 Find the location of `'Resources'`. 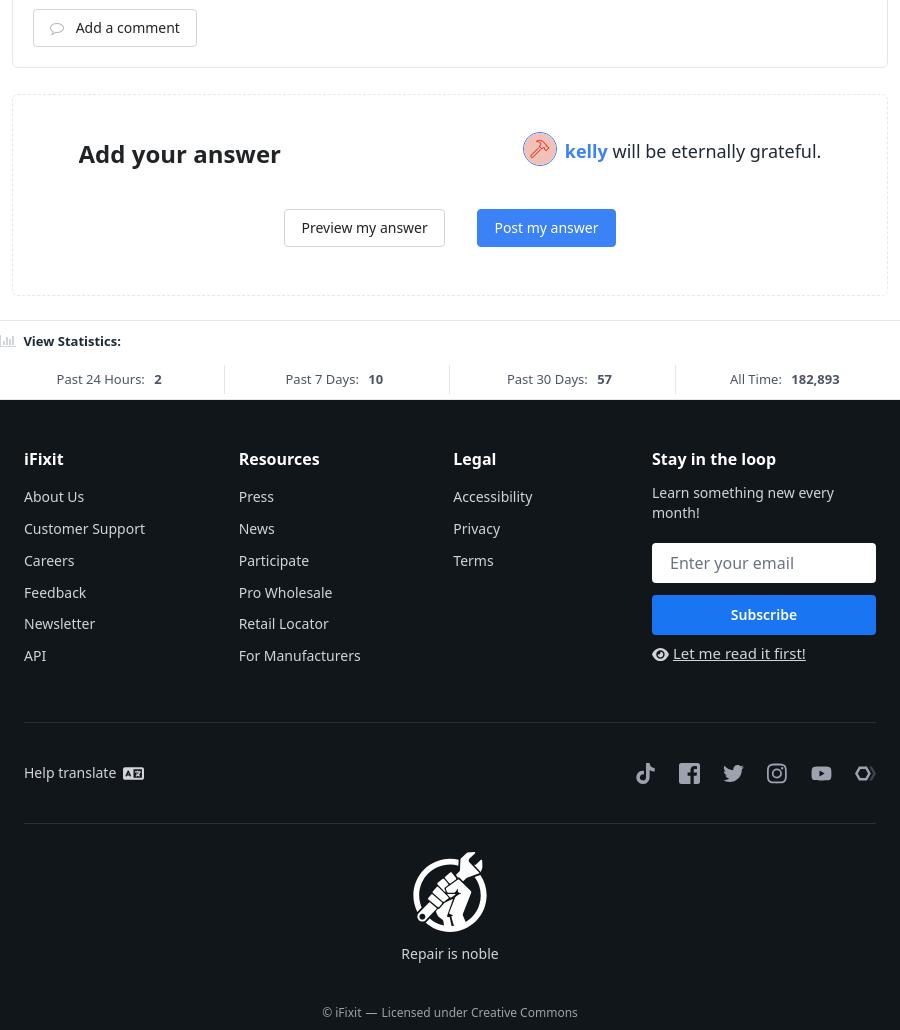

'Resources' is located at coordinates (277, 705).